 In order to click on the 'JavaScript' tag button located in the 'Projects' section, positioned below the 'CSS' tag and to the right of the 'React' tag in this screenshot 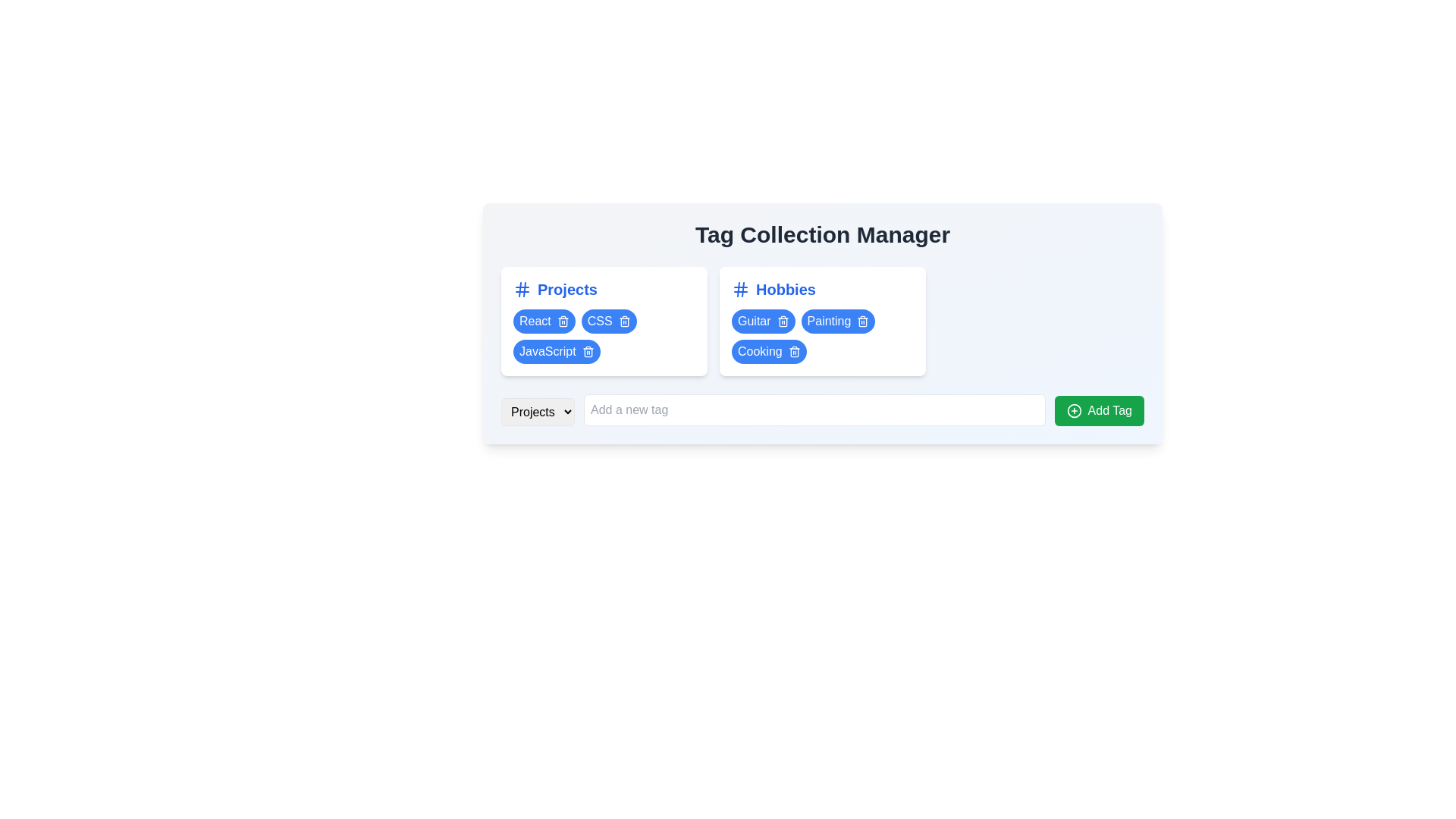, I will do `click(556, 351)`.